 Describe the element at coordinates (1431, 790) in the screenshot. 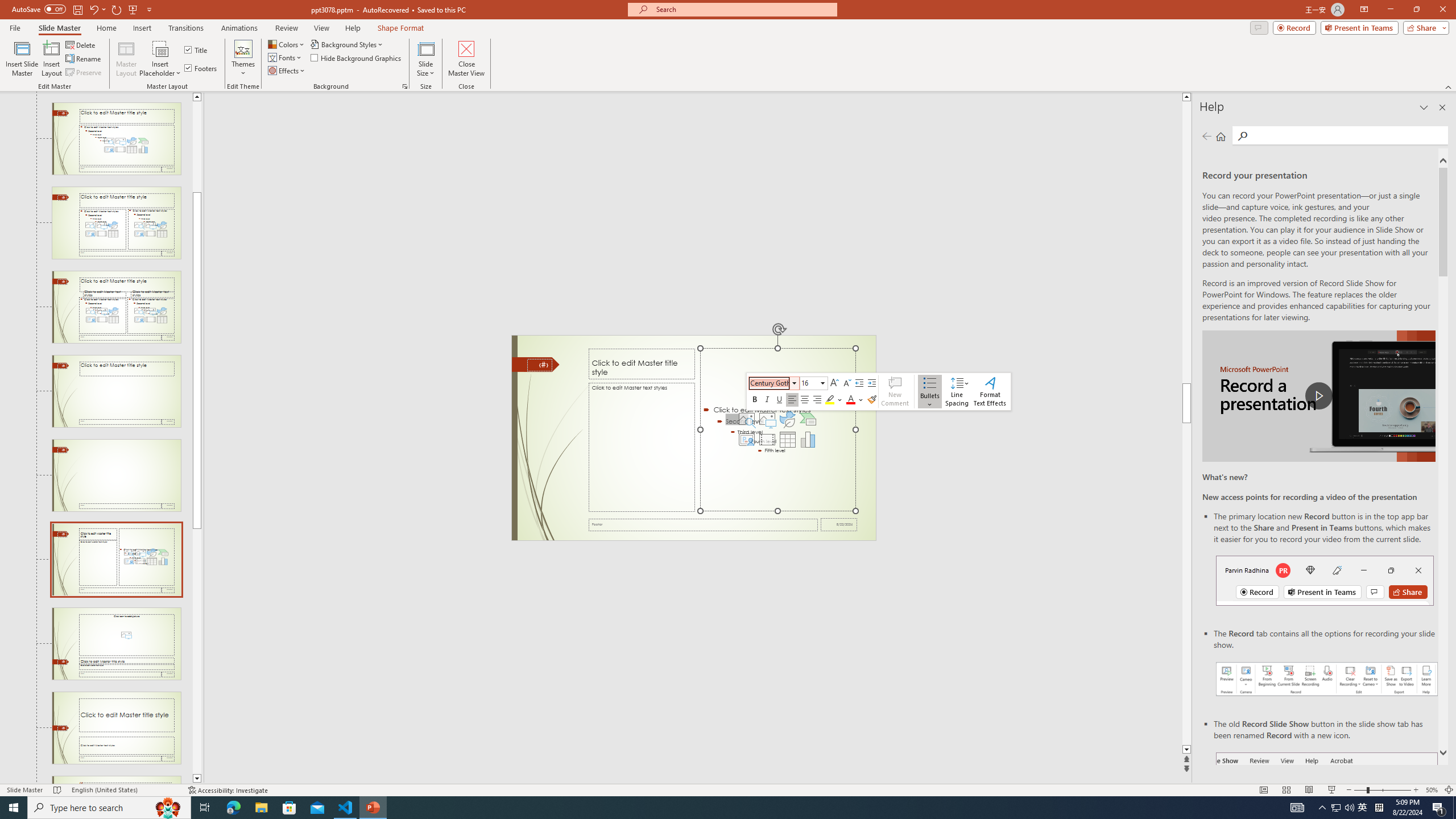

I see `'Zoom 50%'` at that location.